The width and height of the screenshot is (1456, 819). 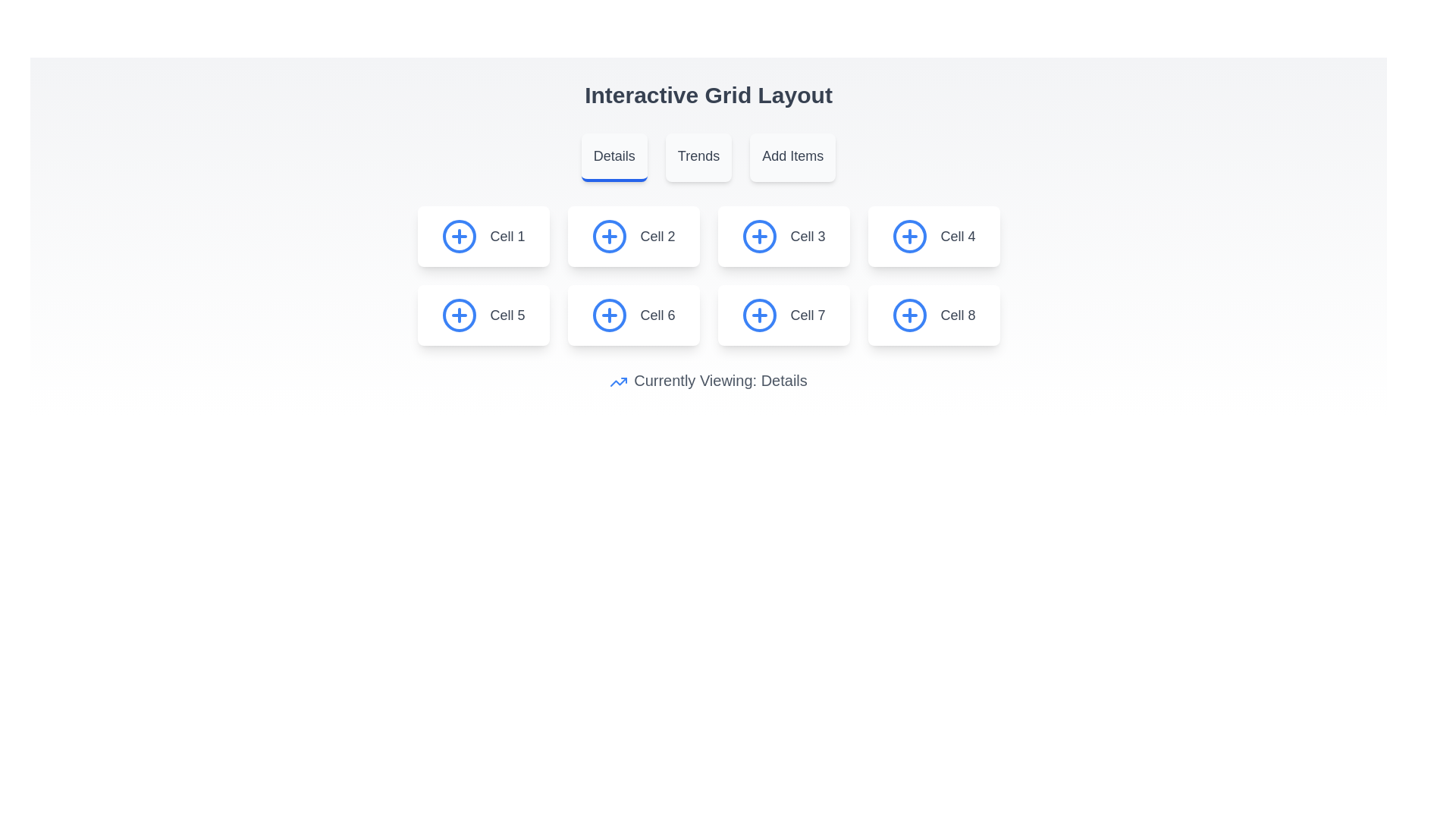 I want to click on the button labeled 'Cell 2' which contains a blue-bordered SVG circle within a plus sign icon, so click(x=610, y=237).